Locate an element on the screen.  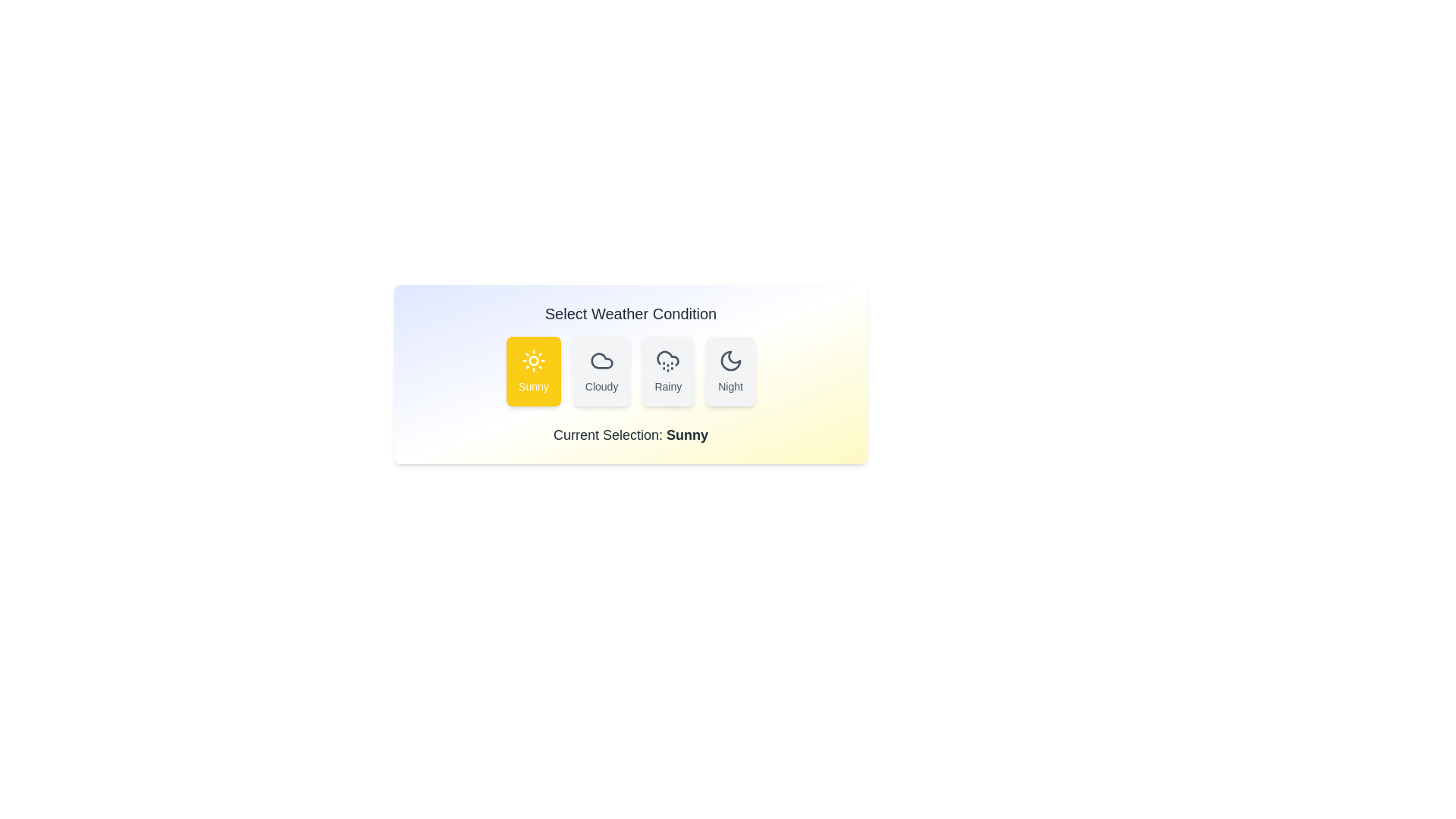
the weather button Cloudy to observe its hover effect is located at coordinates (601, 371).